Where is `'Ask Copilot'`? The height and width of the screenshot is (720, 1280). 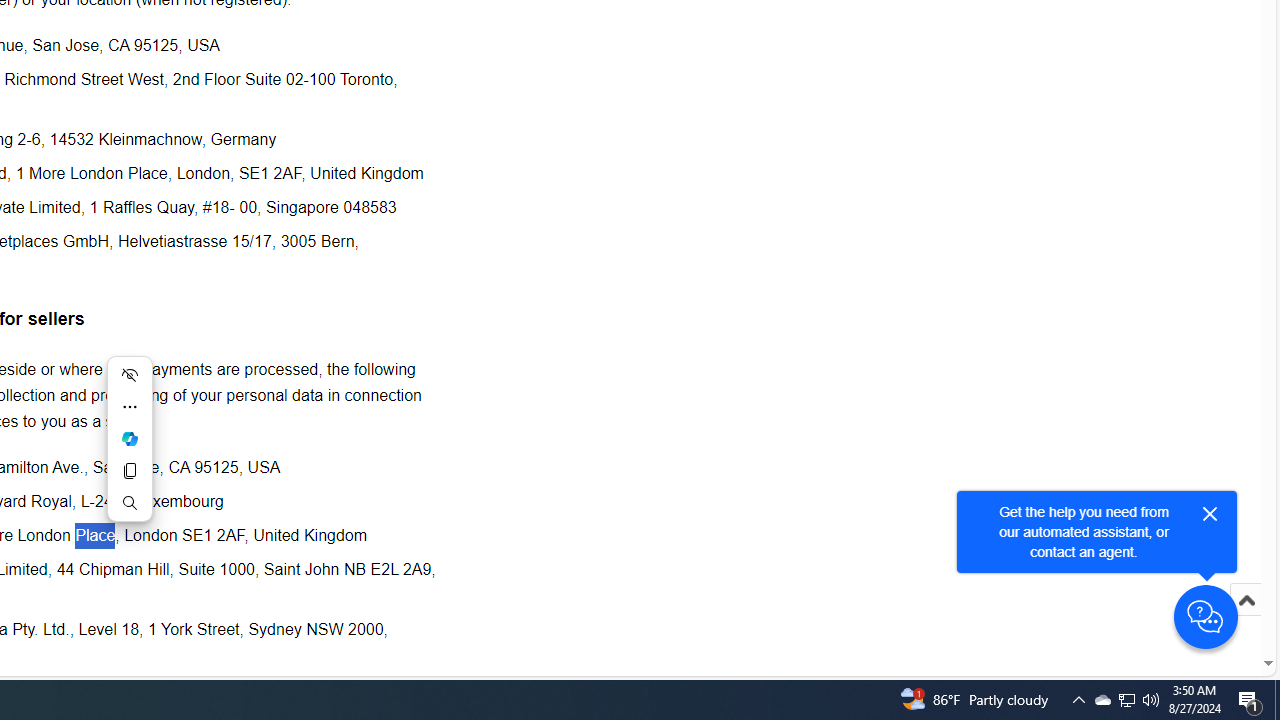 'Ask Copilot' is located at coordinates (128, 438).